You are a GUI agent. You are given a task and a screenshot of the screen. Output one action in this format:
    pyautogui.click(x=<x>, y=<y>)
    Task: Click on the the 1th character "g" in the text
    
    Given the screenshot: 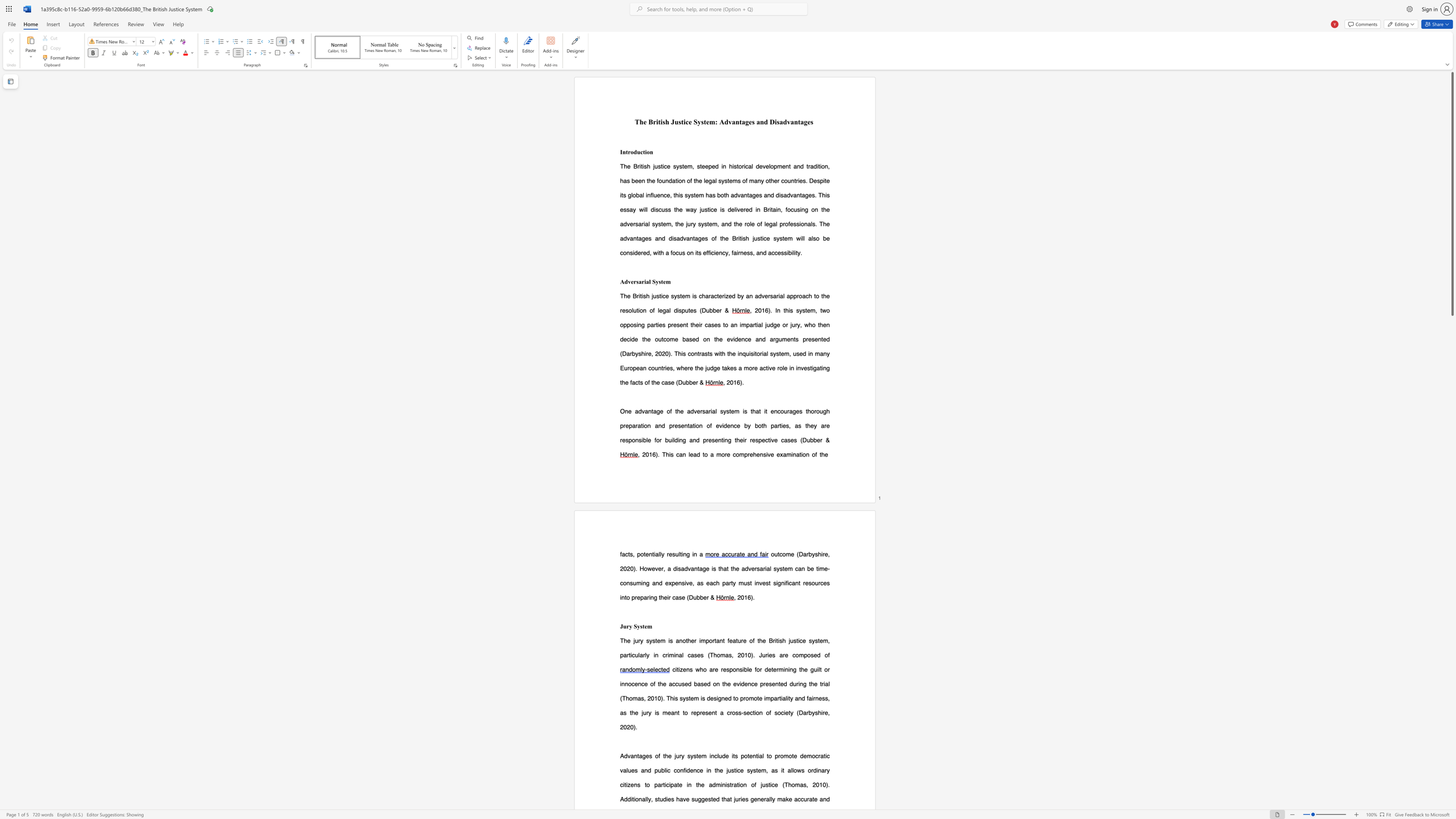 What is the action you would take?
    pyautogui.click(x=752, y=798)
    